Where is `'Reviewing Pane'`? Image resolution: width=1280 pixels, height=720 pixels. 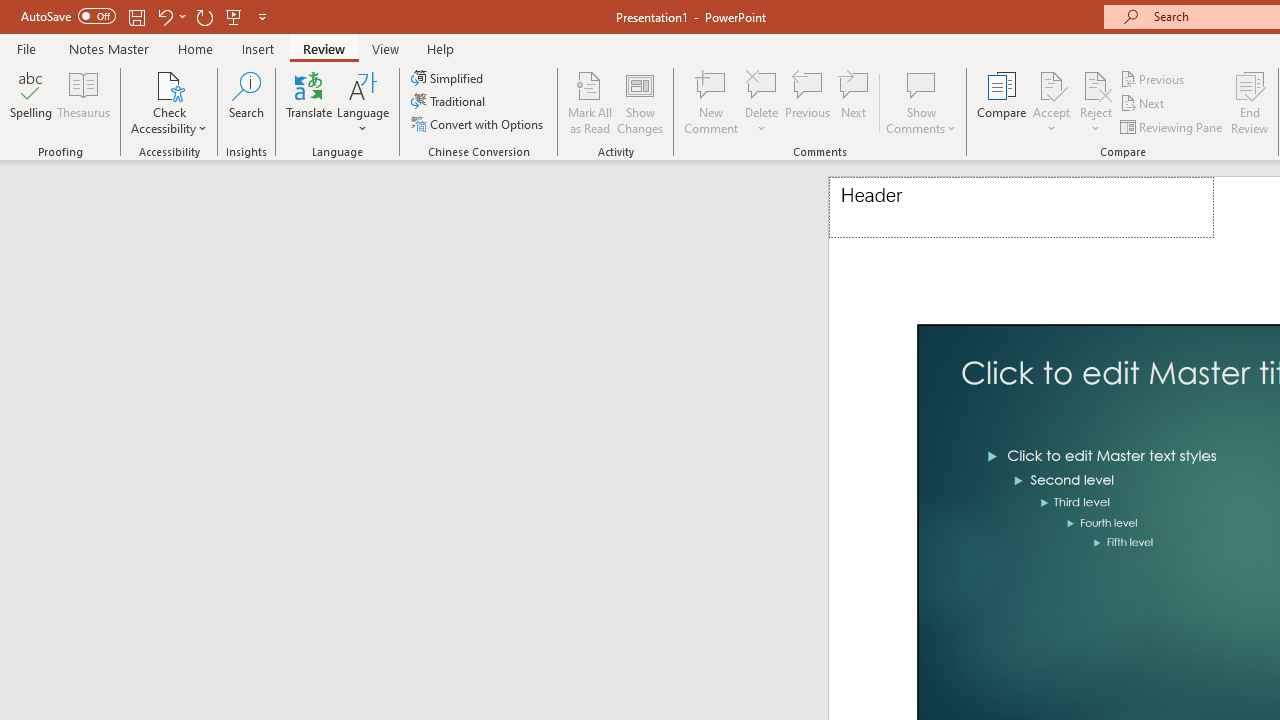
'Reviewing Pane' is located at coordinates (1173, 127).